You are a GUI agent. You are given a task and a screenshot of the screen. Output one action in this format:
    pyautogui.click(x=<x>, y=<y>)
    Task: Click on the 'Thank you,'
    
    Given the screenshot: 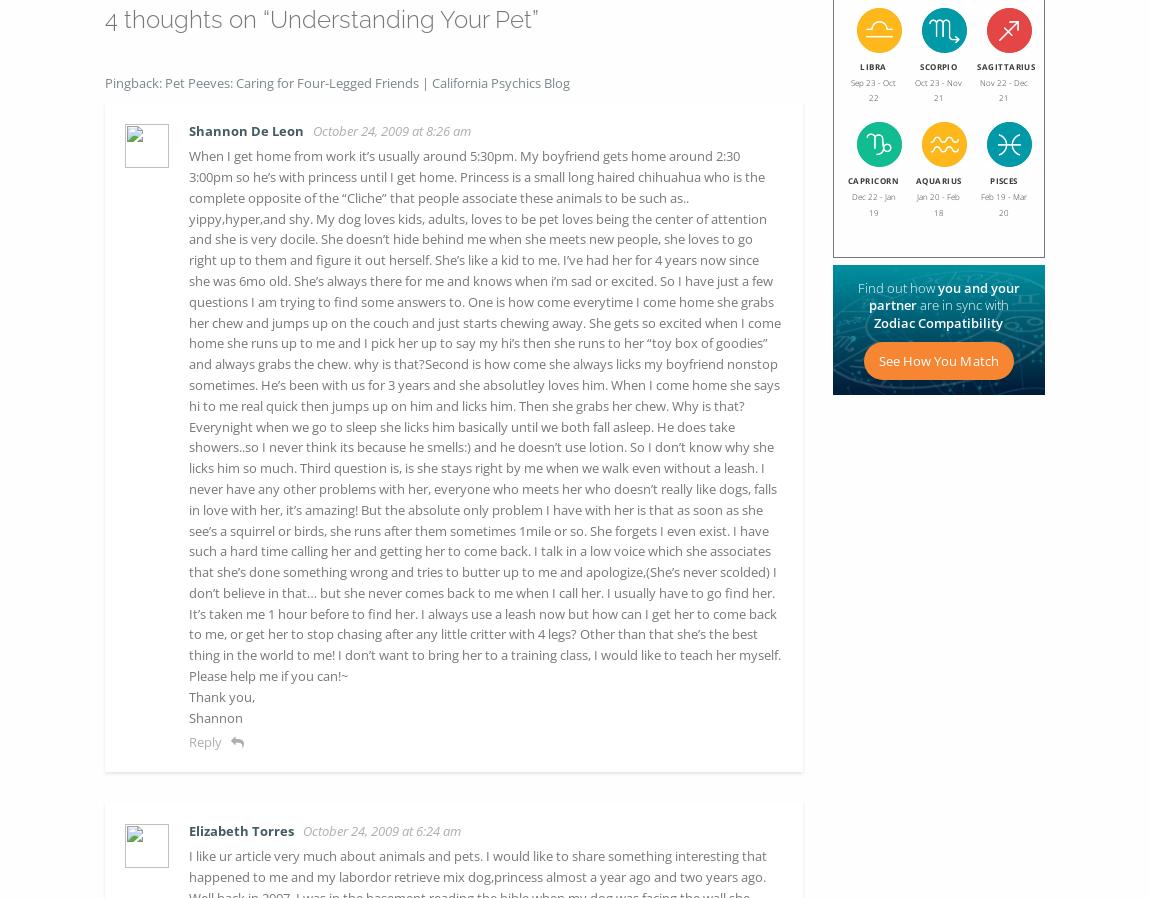 What is the action you would take?
    pyautogui.click(x=220, y=696)
    